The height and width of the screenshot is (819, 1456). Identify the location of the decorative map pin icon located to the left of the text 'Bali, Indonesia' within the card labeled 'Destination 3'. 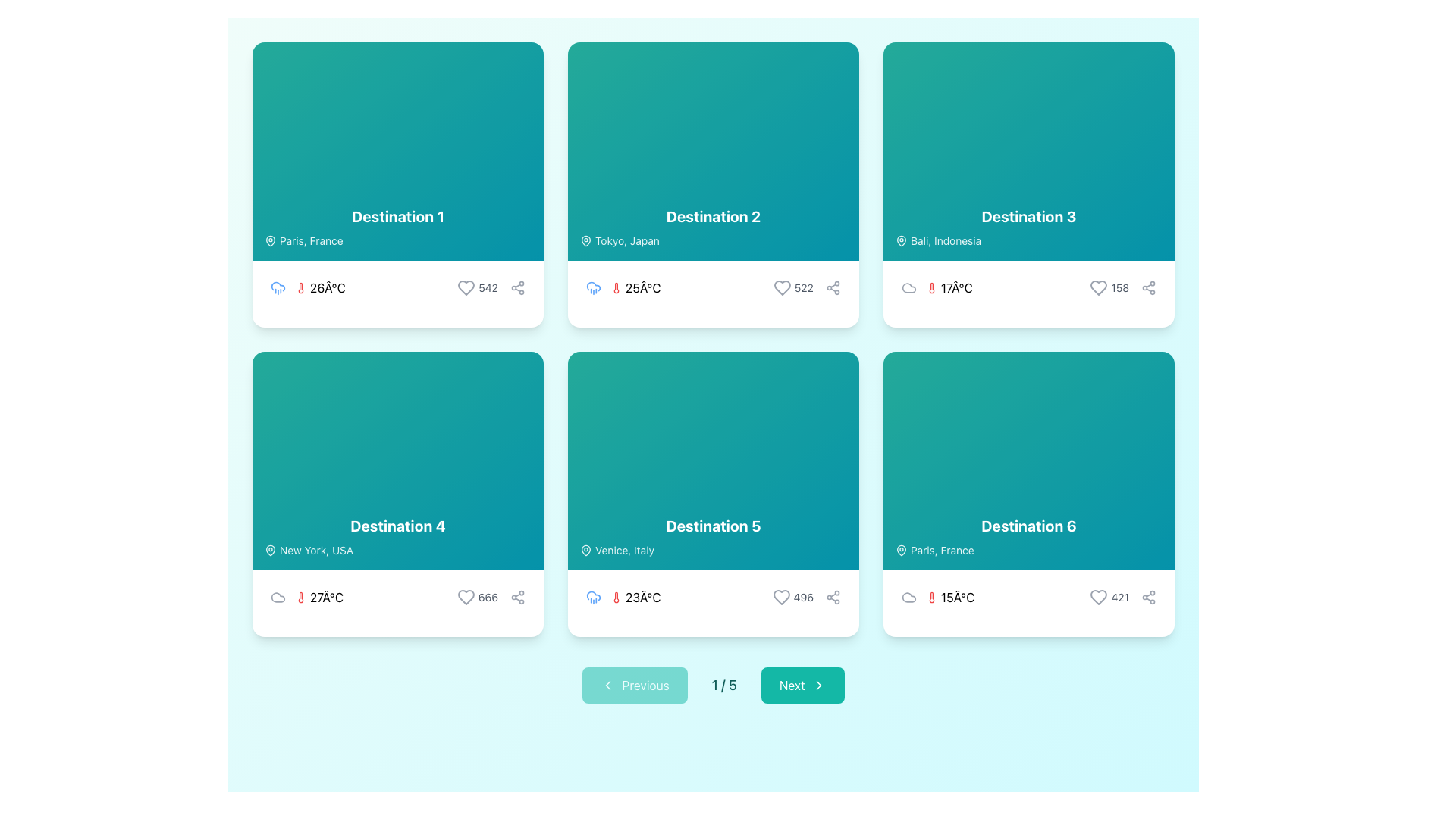
(902, 240).